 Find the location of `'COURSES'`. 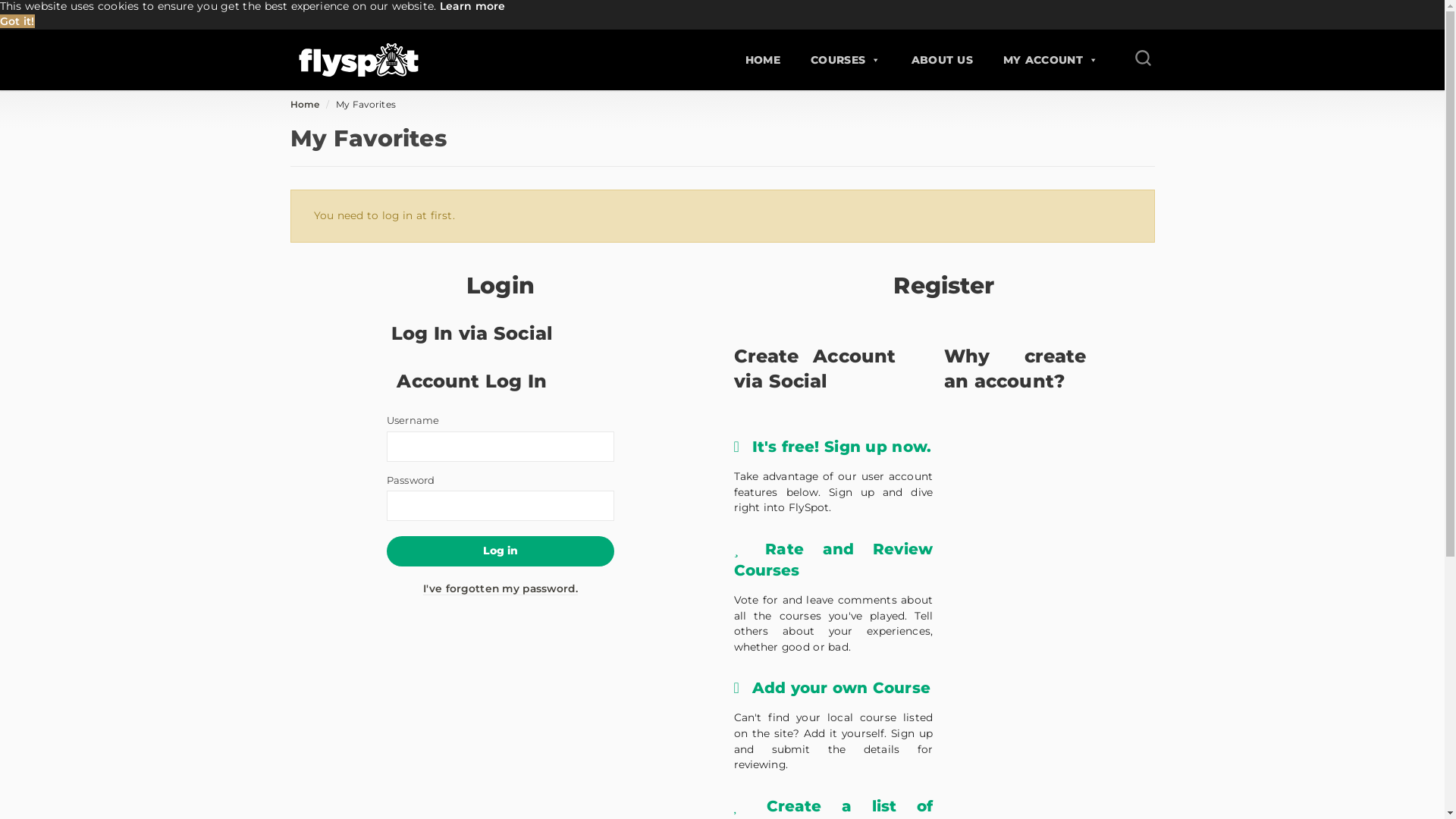

'COURSES' is located at coordinates (845, 58).